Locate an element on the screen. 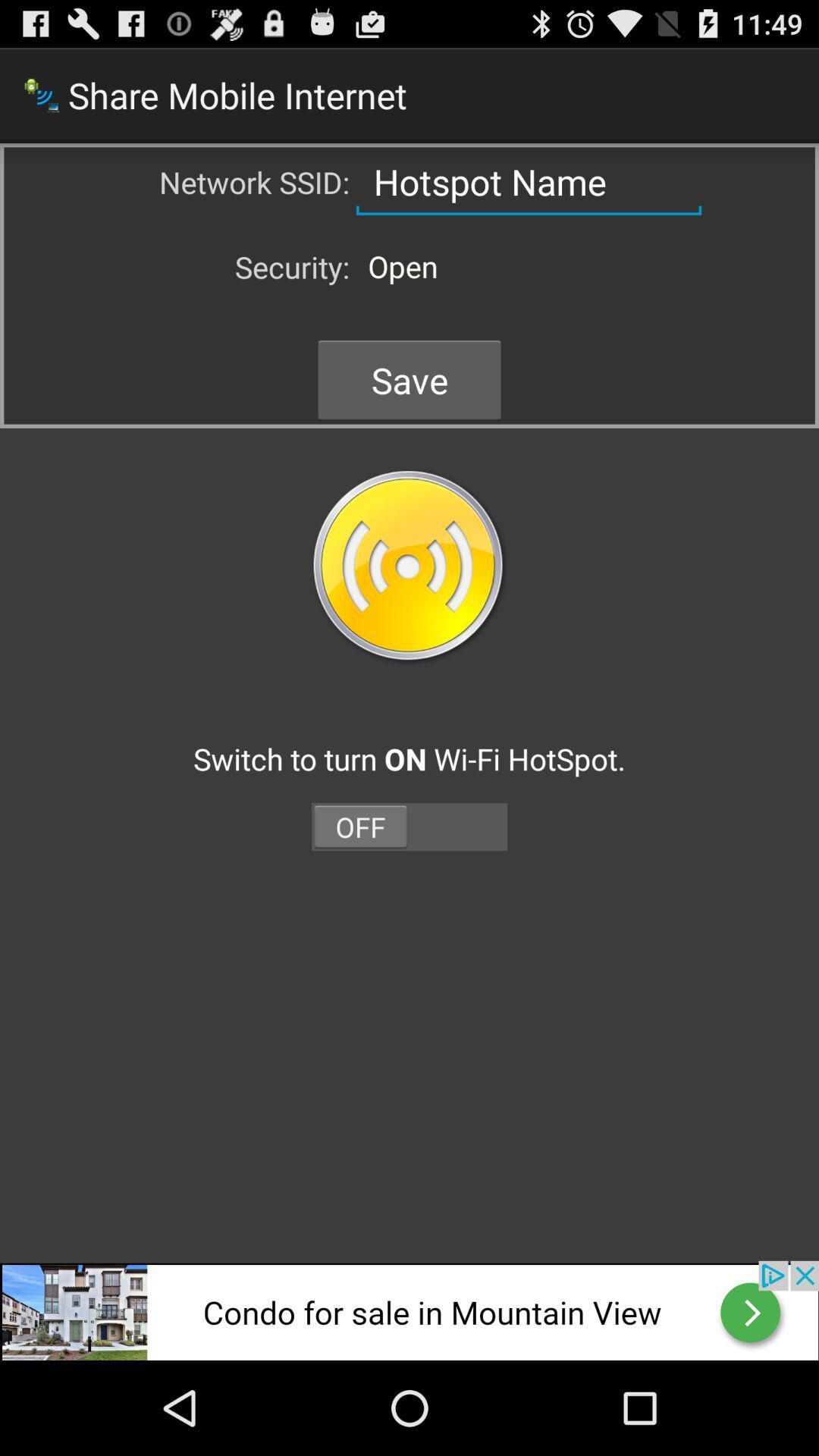 This screenshot has height=1456, width=819. record button is located at coordinates (409, 566).